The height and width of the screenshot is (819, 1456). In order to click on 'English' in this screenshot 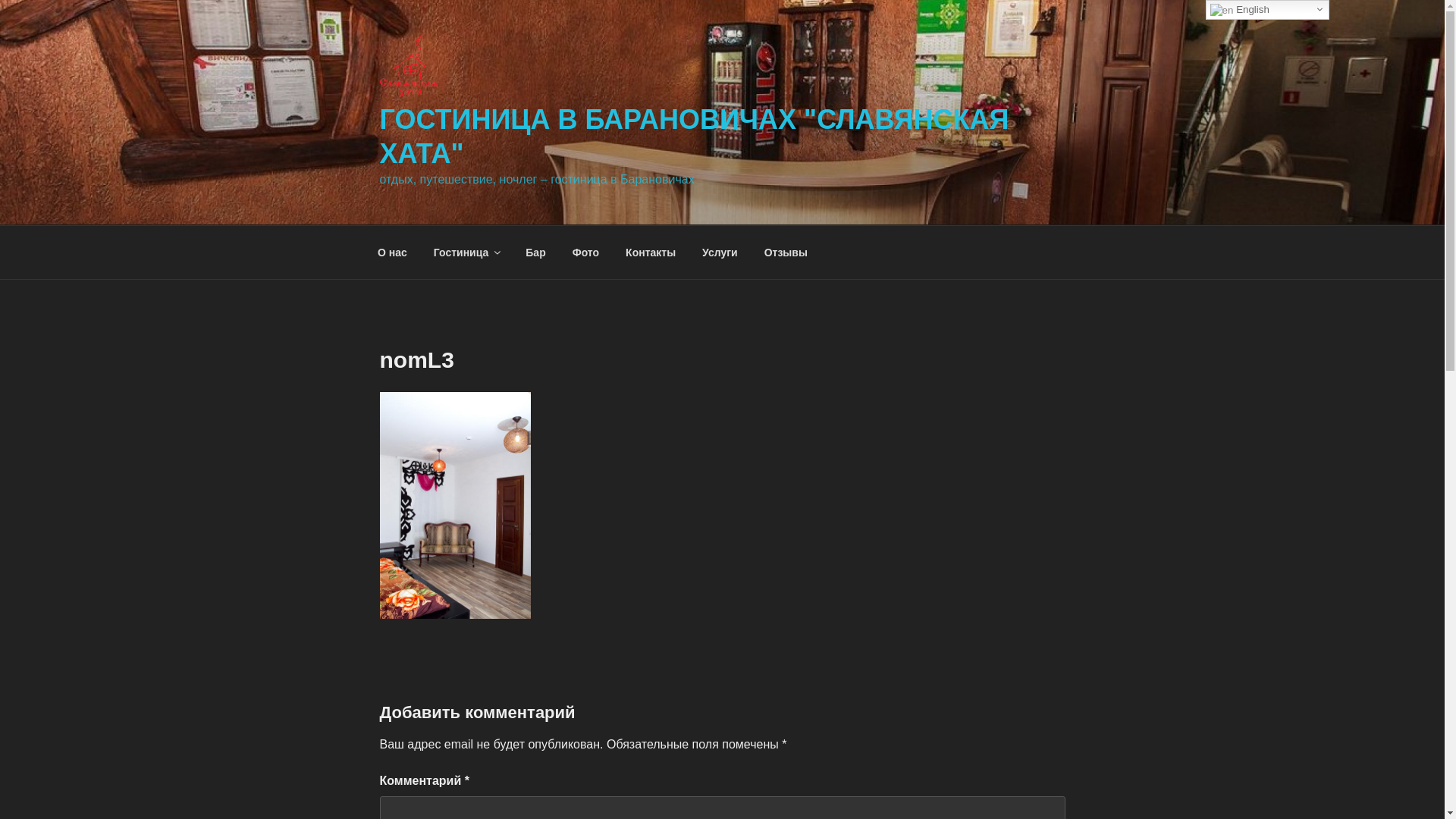, I will do `click(1204, 9)`.